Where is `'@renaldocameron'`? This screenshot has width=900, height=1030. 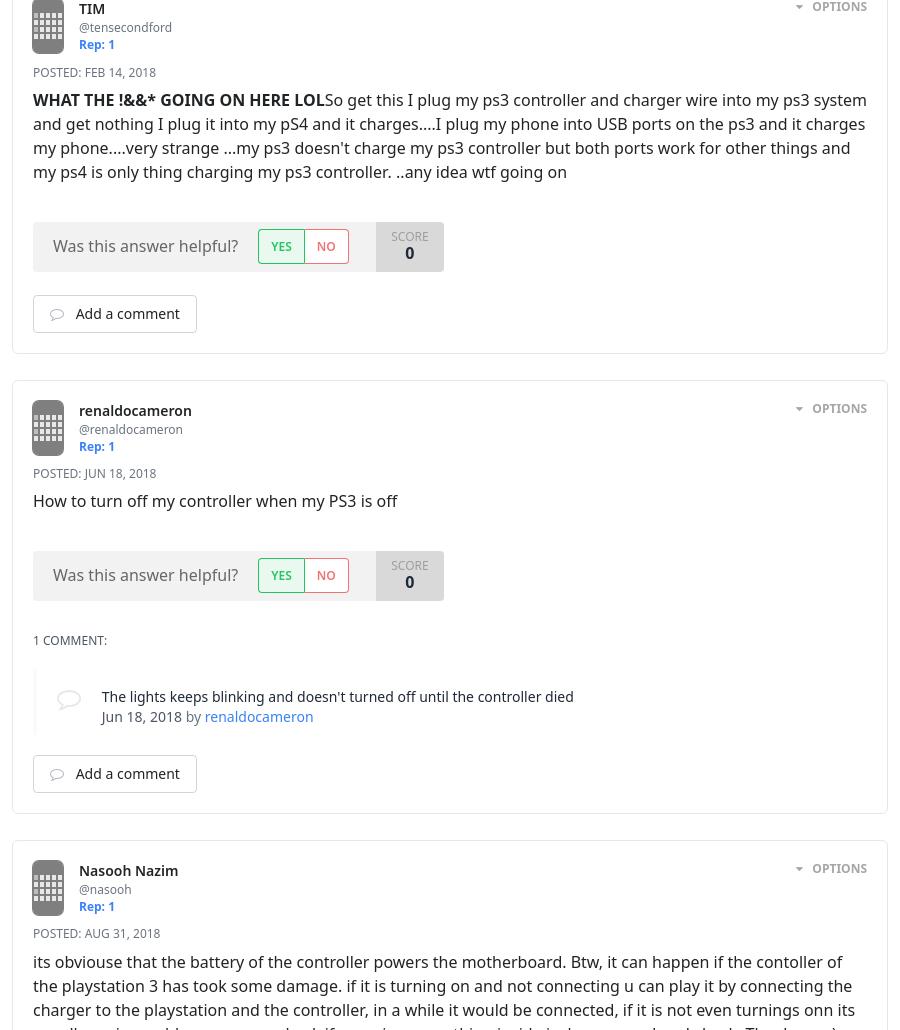
'@renaldocameron' is located at coordinates (78, 428).